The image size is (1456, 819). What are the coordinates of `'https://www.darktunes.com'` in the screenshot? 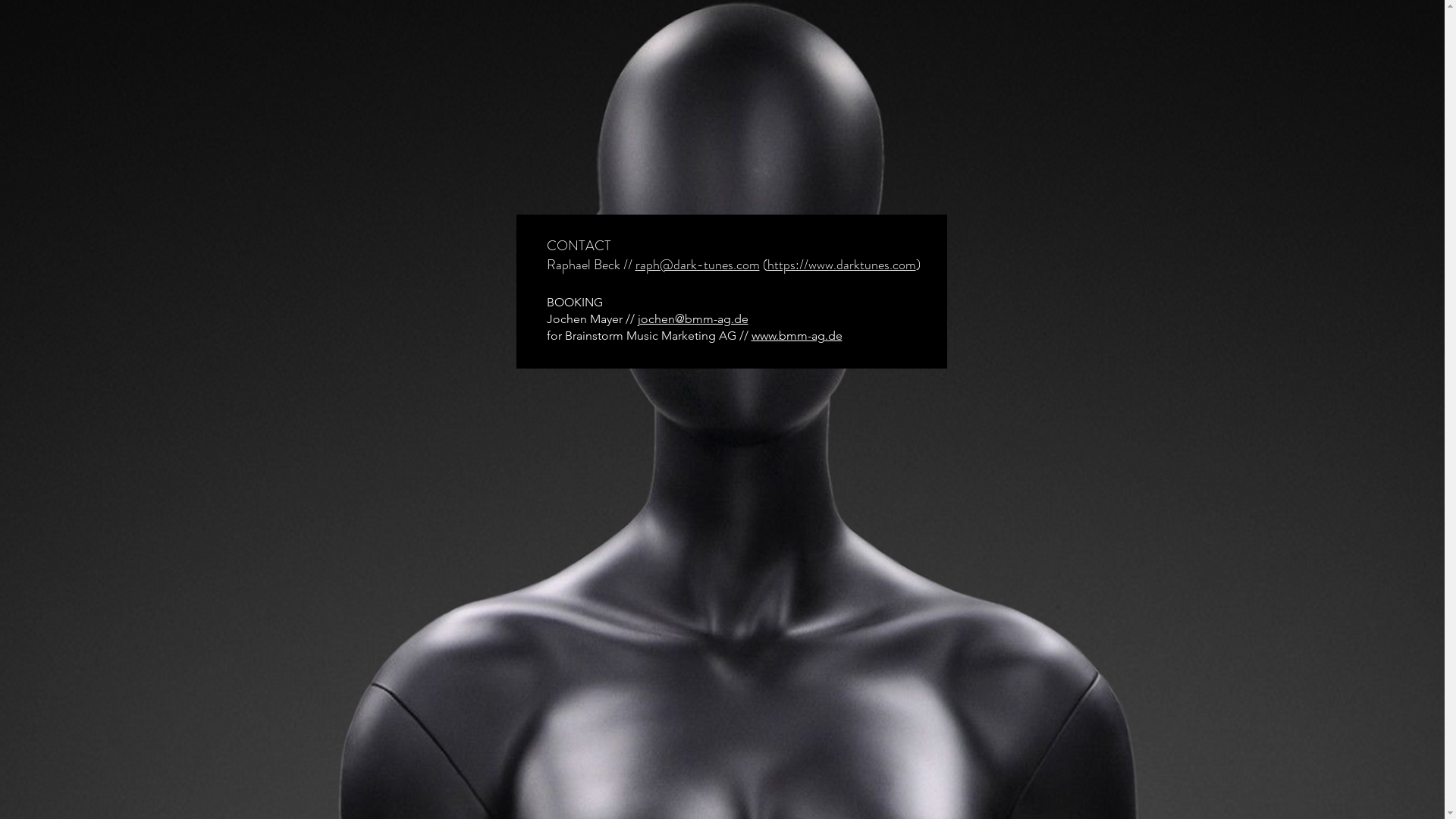 It's located at (840, 263).